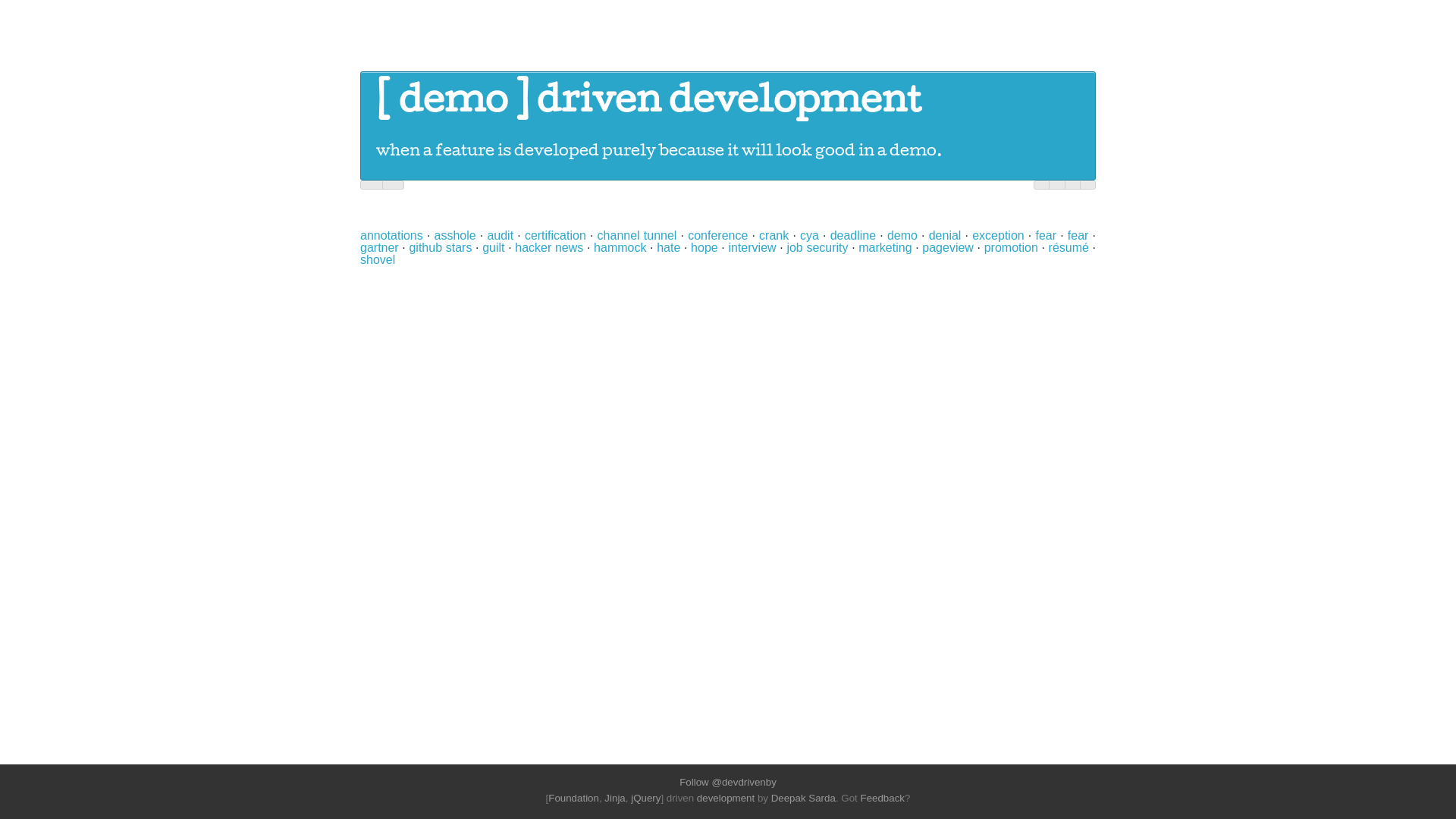 This screenshot has width=1456, height=819. Describe the element at coordinates (359, 259) in the screenshot. I see `'shovel'` at that location.